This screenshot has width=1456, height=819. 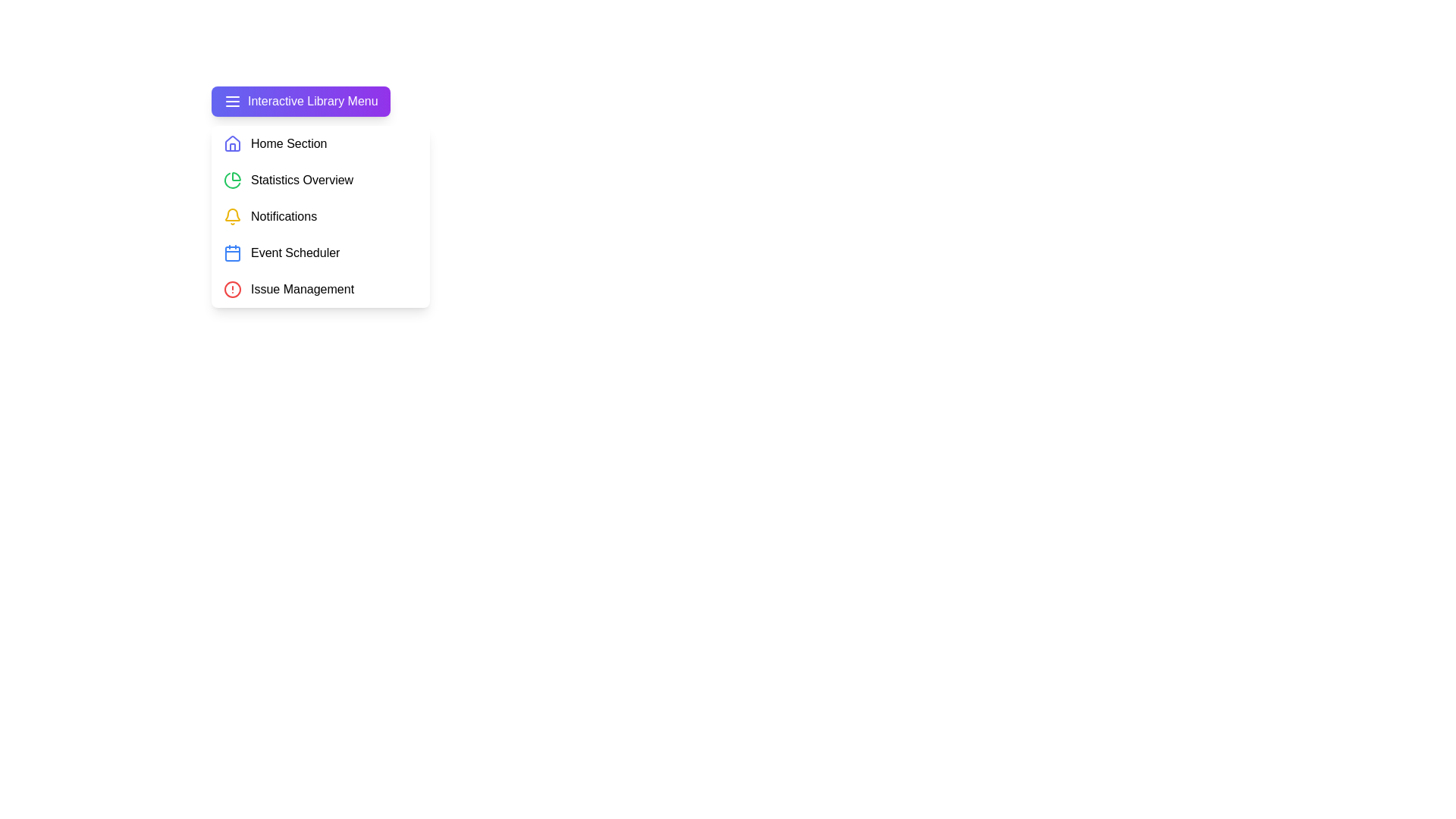 What do you see at coordinates (319, 143) in the screenshot?
I see `the menu item Home Section` at bounding box center [319, 143].